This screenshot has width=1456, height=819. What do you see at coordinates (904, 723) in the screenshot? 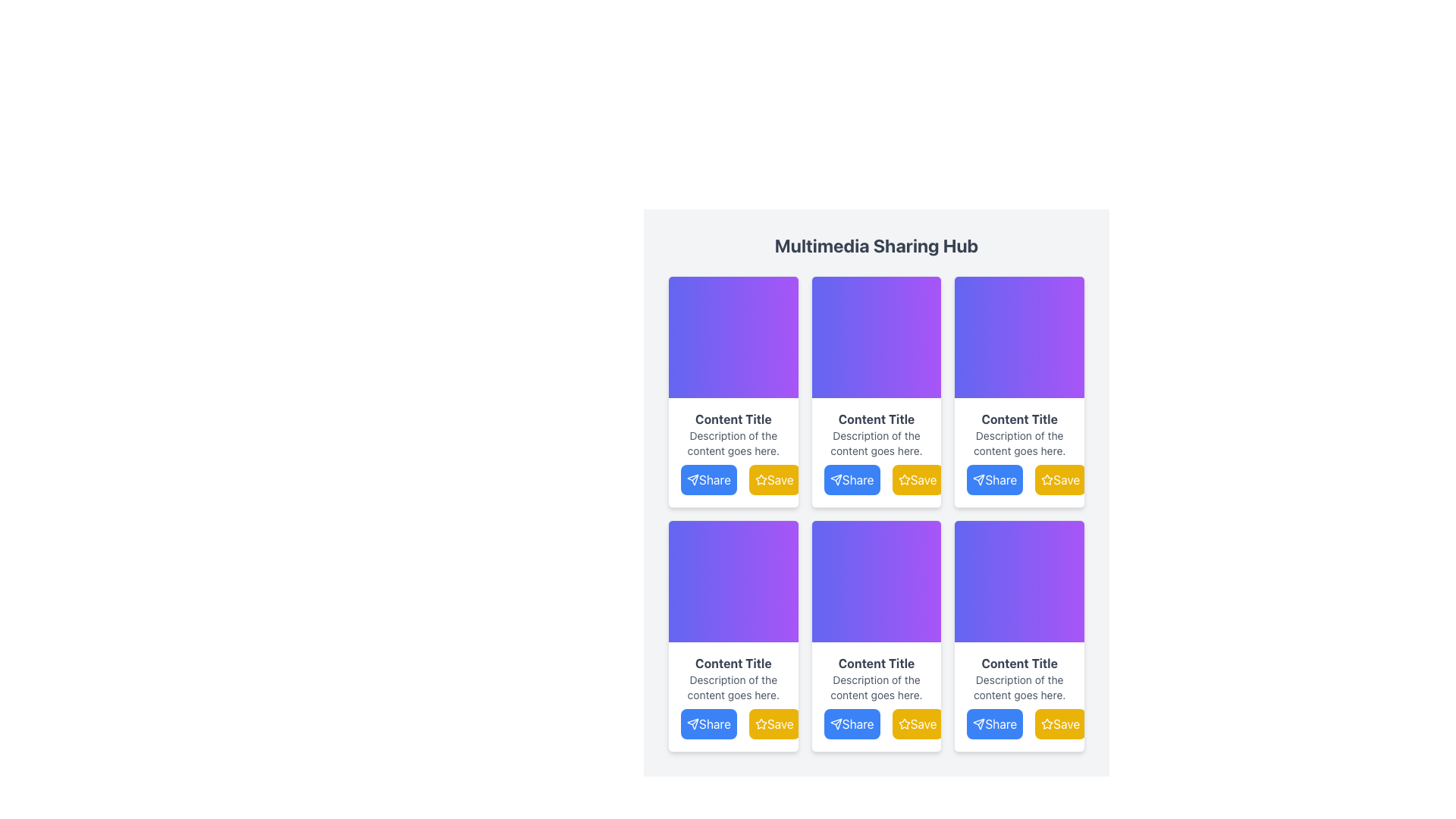
I see `the star icon button located in the bottom-right corner of the fourth content card` at bounding box center [904, 723].